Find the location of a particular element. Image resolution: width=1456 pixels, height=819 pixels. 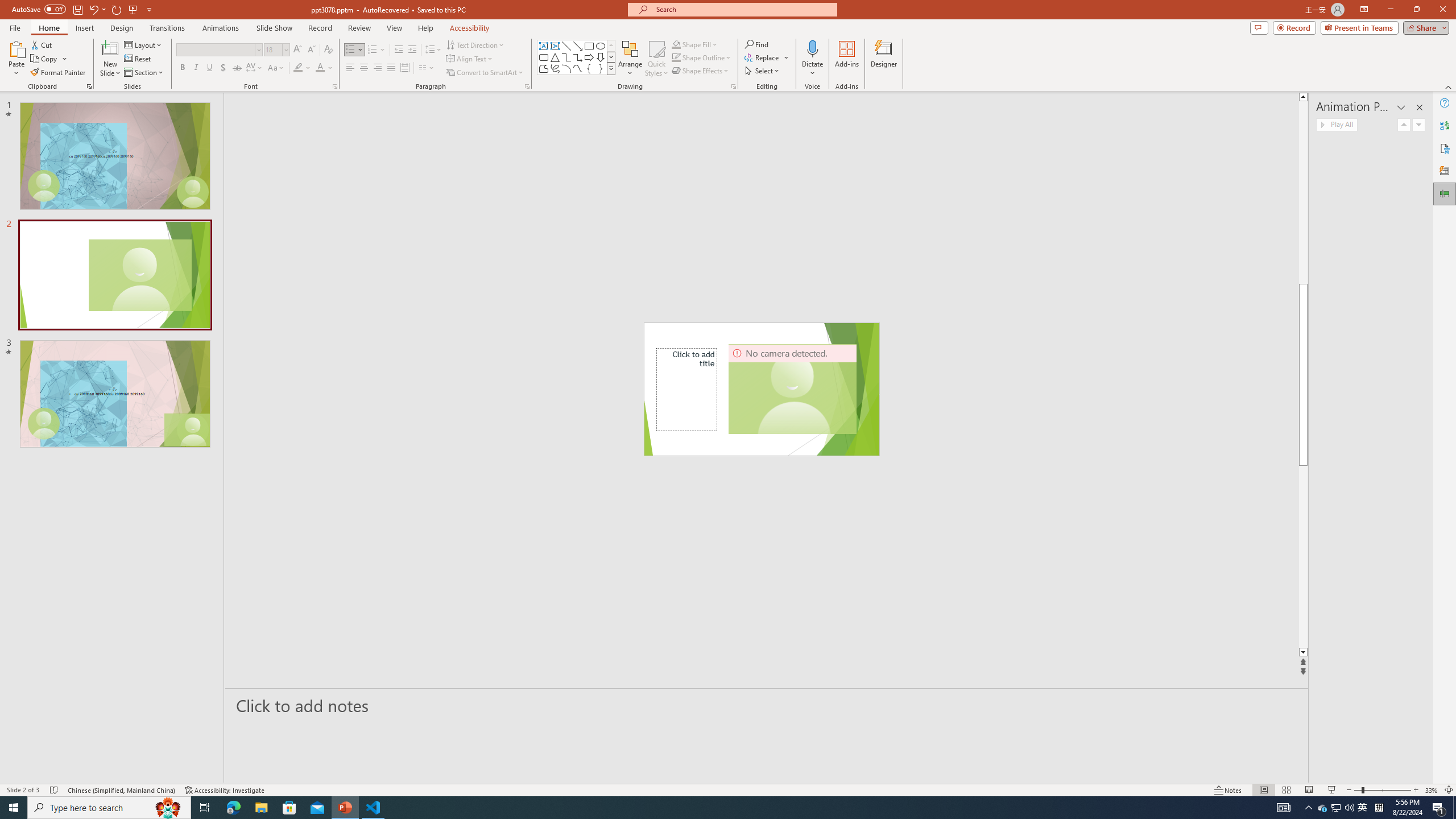

'Replace...' is located at coordinates (767, 56).